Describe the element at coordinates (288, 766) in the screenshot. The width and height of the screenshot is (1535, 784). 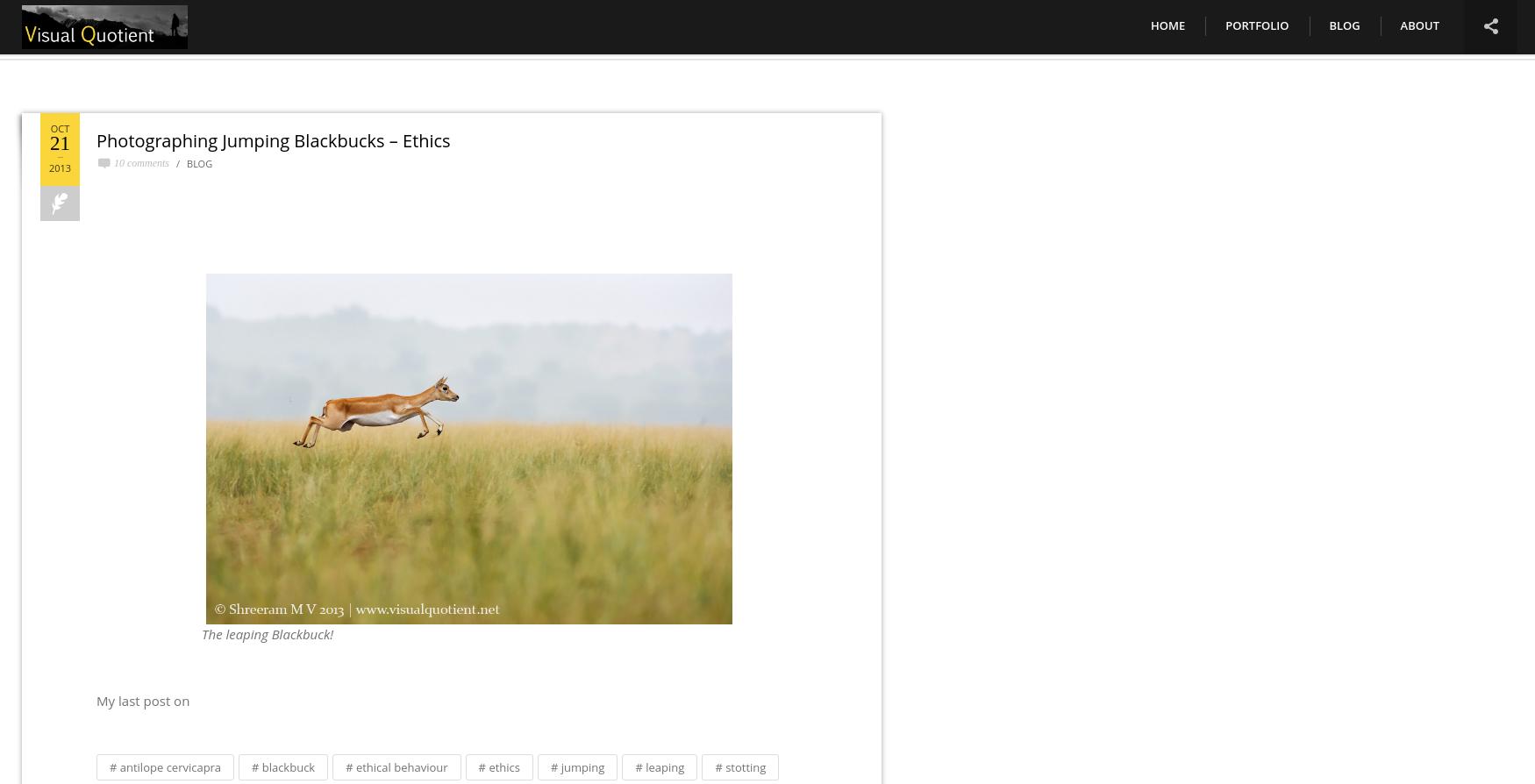
I see `'blackbuck'` at that location.